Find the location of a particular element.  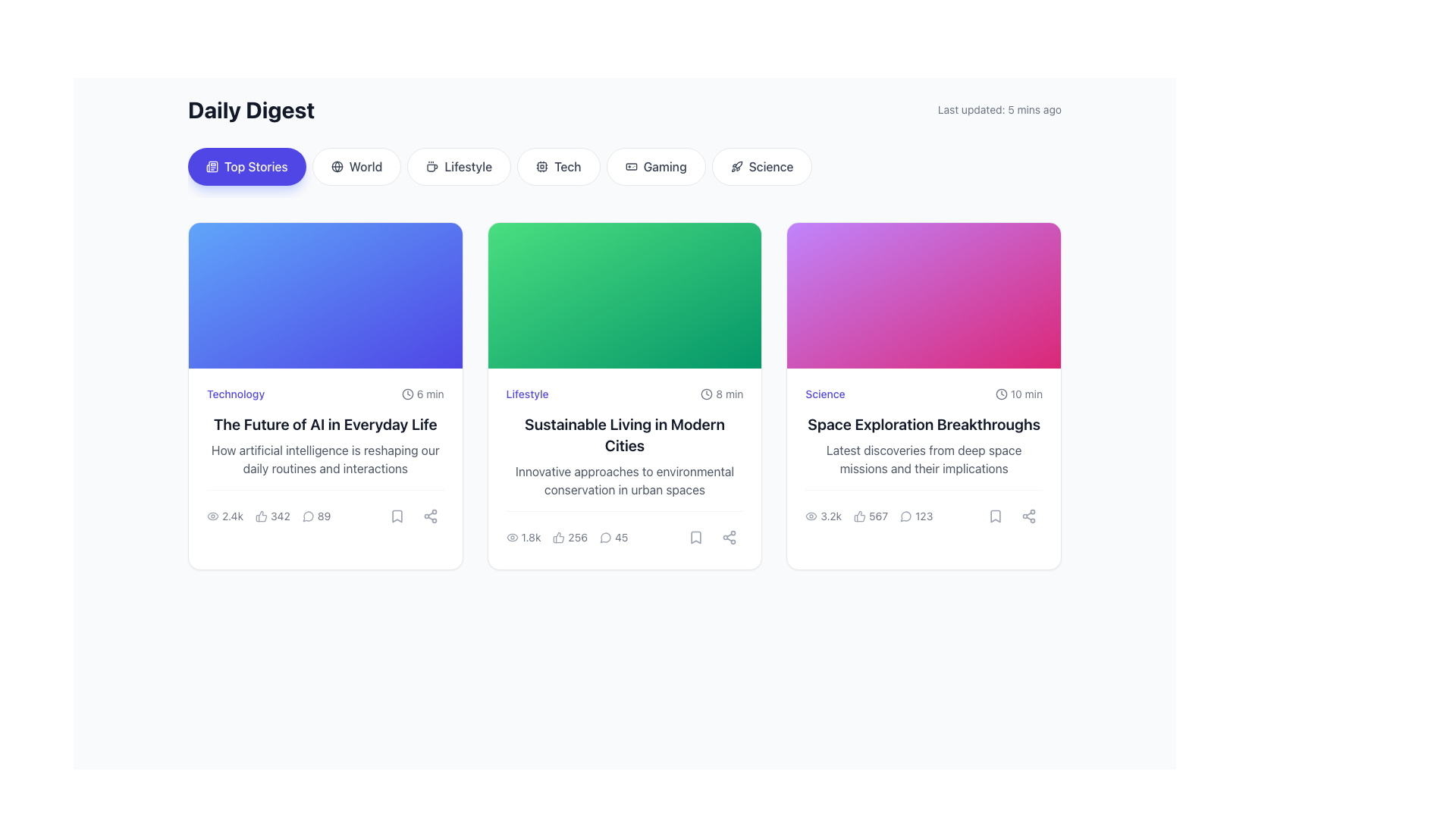

the 'Daily Digest' text header, which is styled in a large, bold sans-serif font and is visually prominent against a light background is located at coordinates (251, 109).